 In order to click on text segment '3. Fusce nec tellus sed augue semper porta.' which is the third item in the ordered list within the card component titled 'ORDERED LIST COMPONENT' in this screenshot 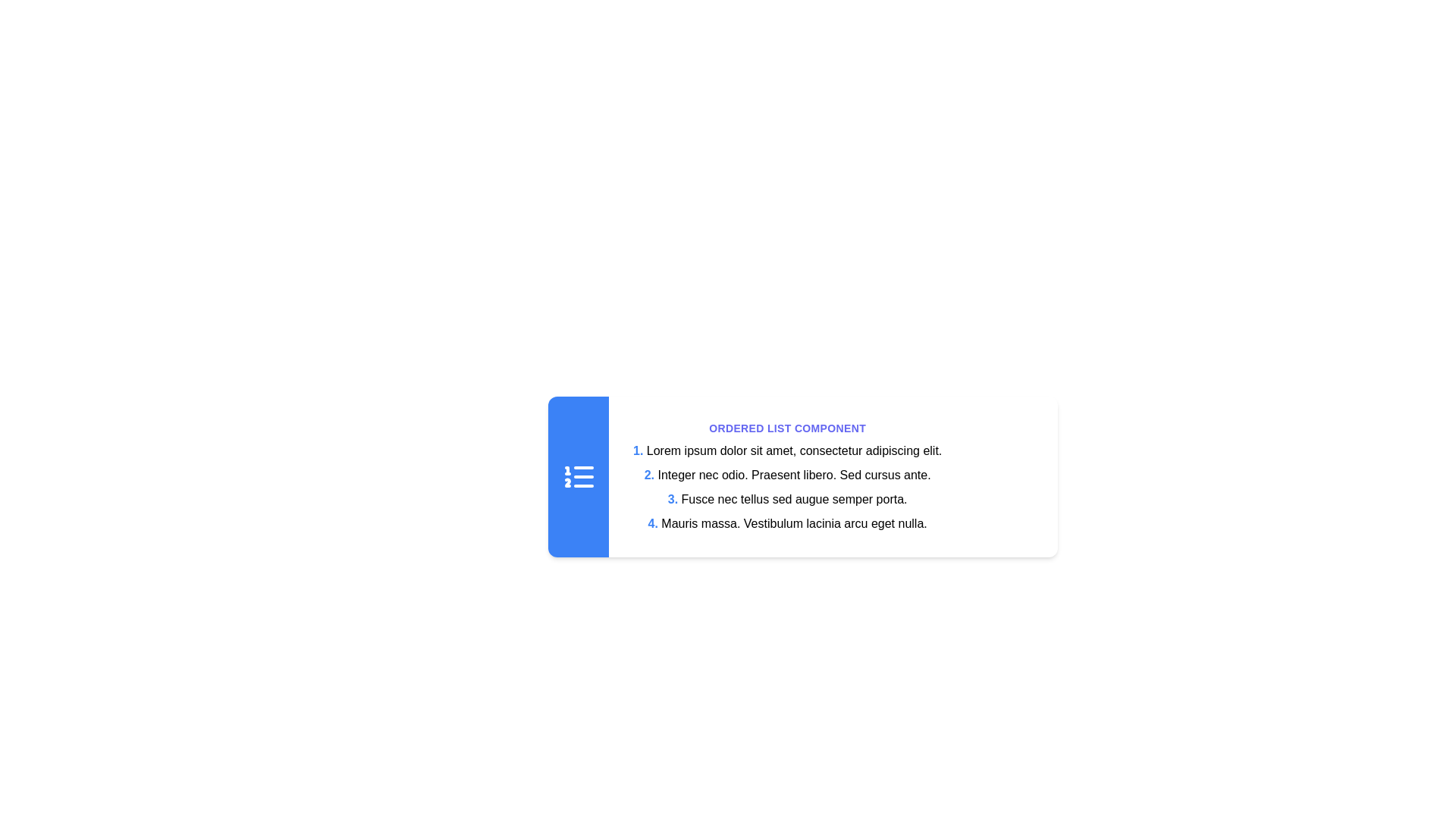, I will do `click(787, 500)`.